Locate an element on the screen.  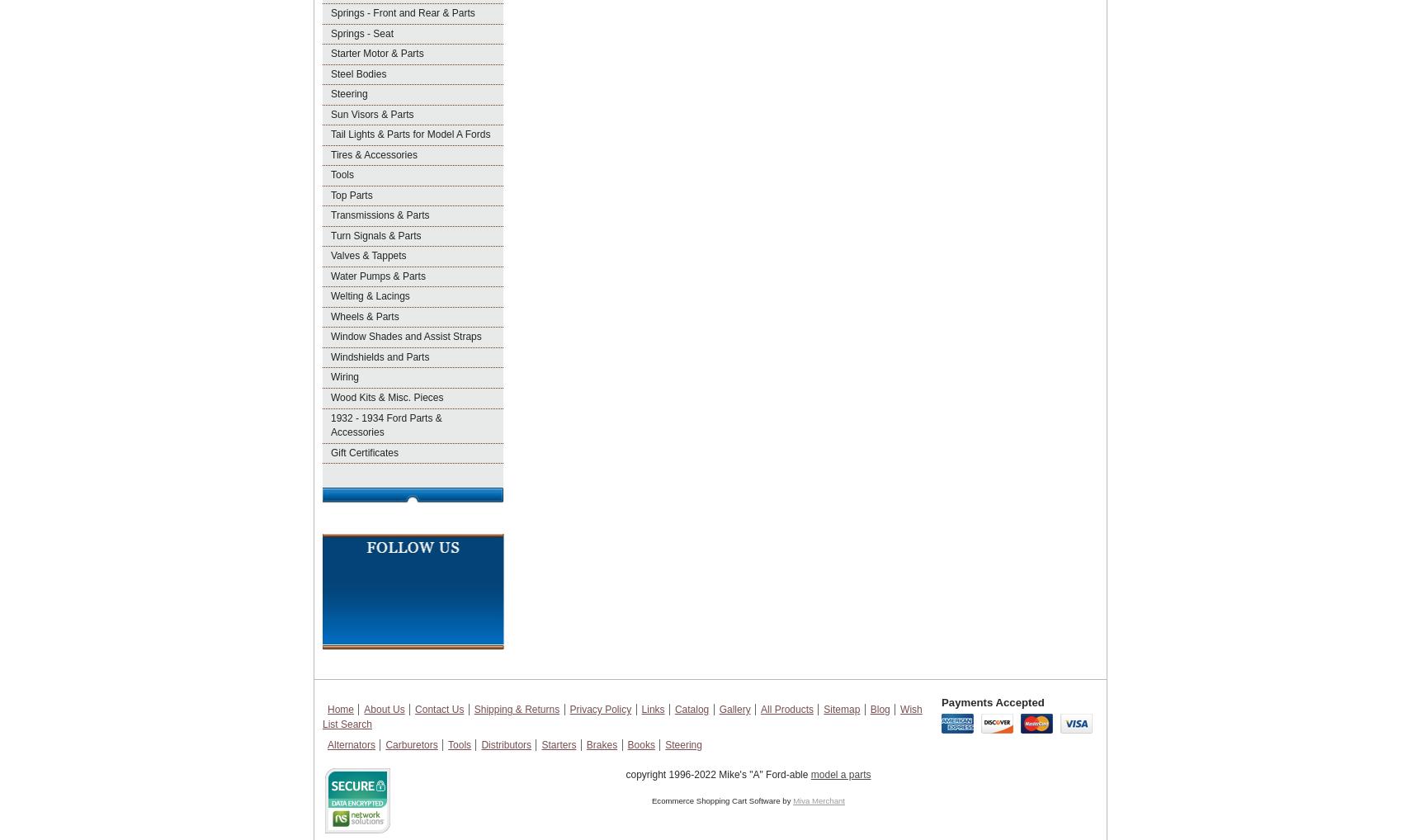
'Welting & Lacings' is located at coordinates (331, 296).